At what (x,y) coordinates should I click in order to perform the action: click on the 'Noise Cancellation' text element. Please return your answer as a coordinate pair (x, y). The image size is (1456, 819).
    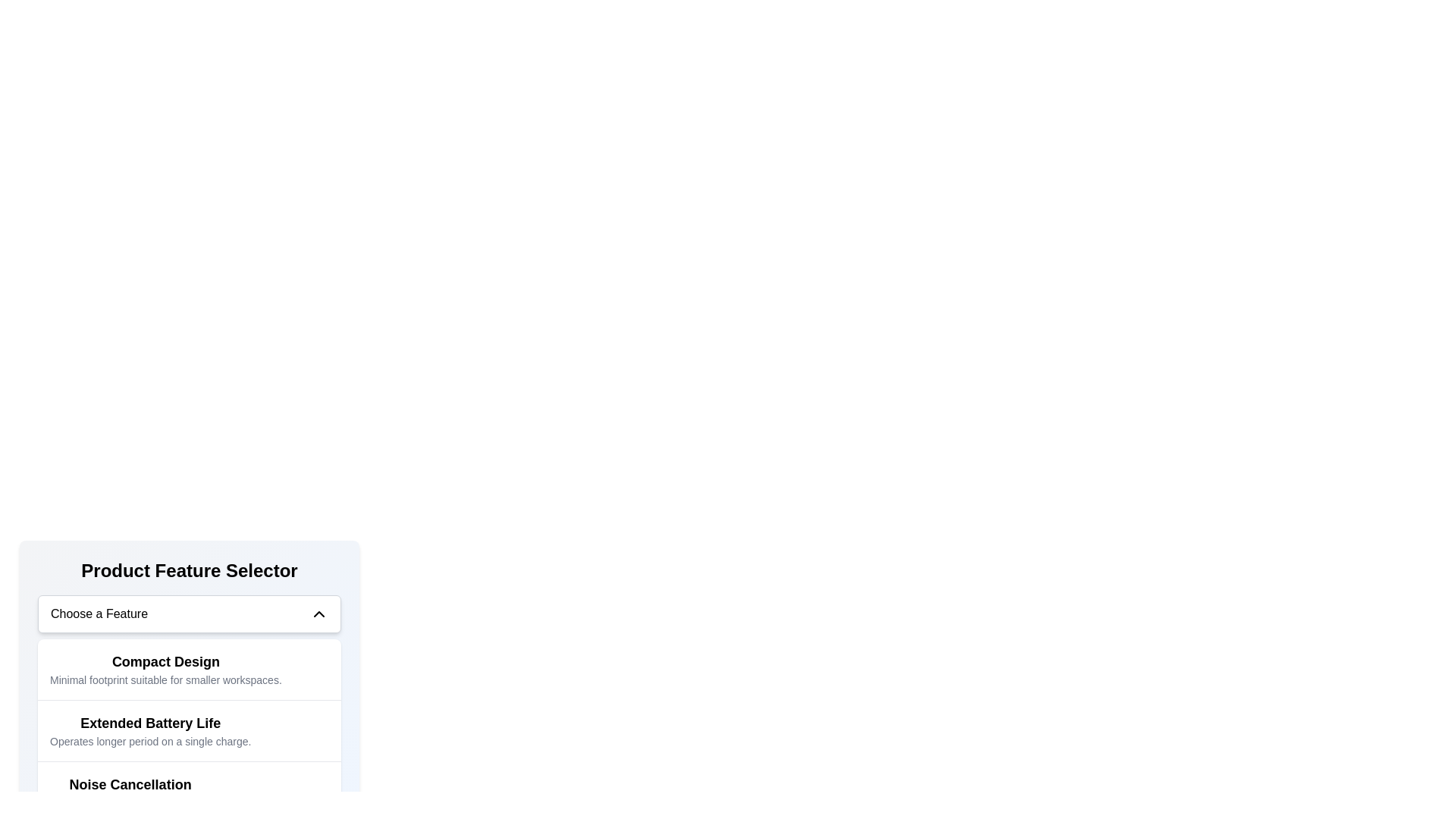
    Looking at the image, I should click on (130, 792).